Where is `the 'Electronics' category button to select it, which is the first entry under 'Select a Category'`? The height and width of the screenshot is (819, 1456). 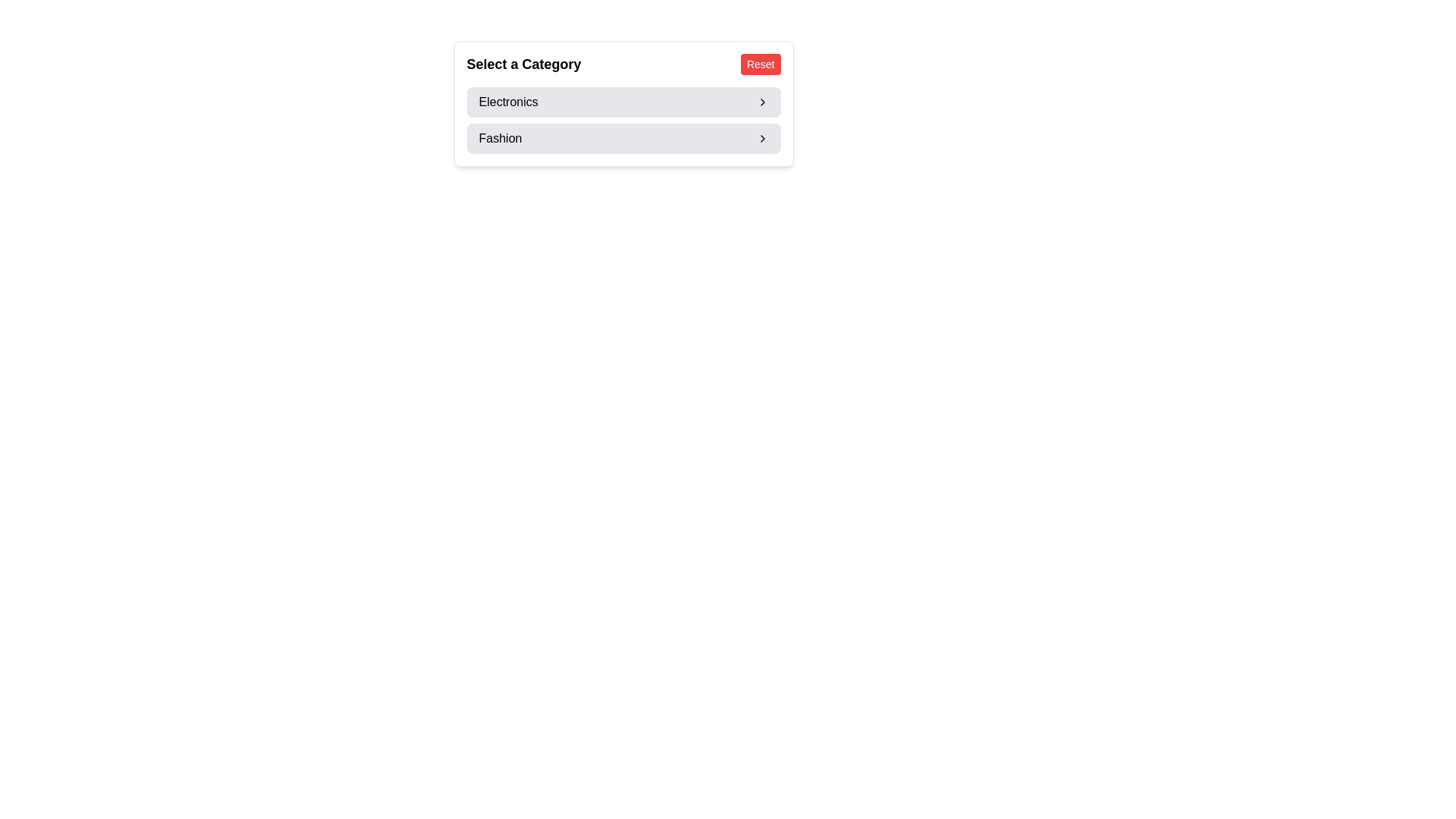 the 'Electronics' category button to select it, which is the first entry under 'Select a Category' is located at coordinates (623, 103).